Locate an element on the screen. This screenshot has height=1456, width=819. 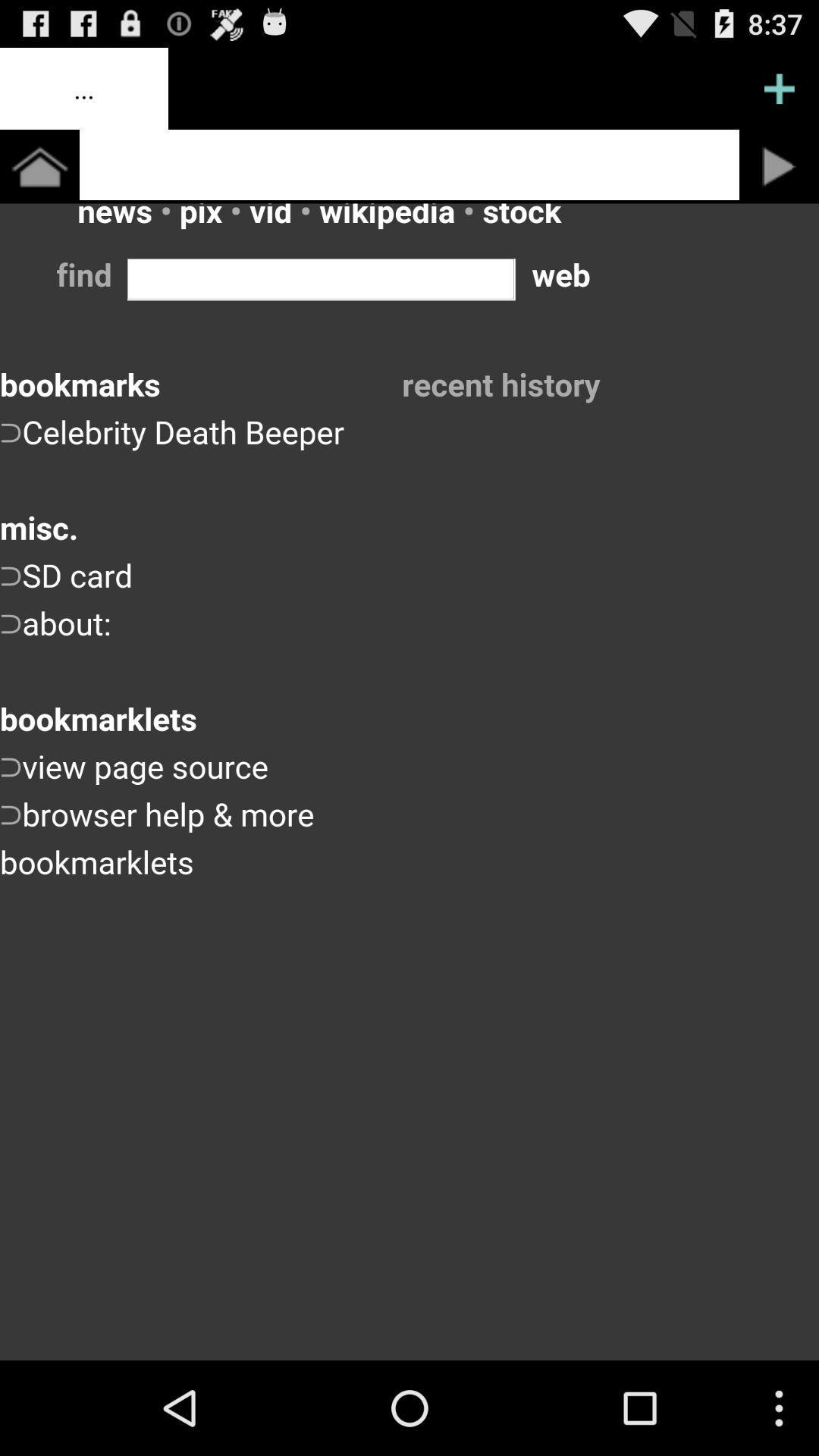
the add icon is located at coordinates (779, 94).